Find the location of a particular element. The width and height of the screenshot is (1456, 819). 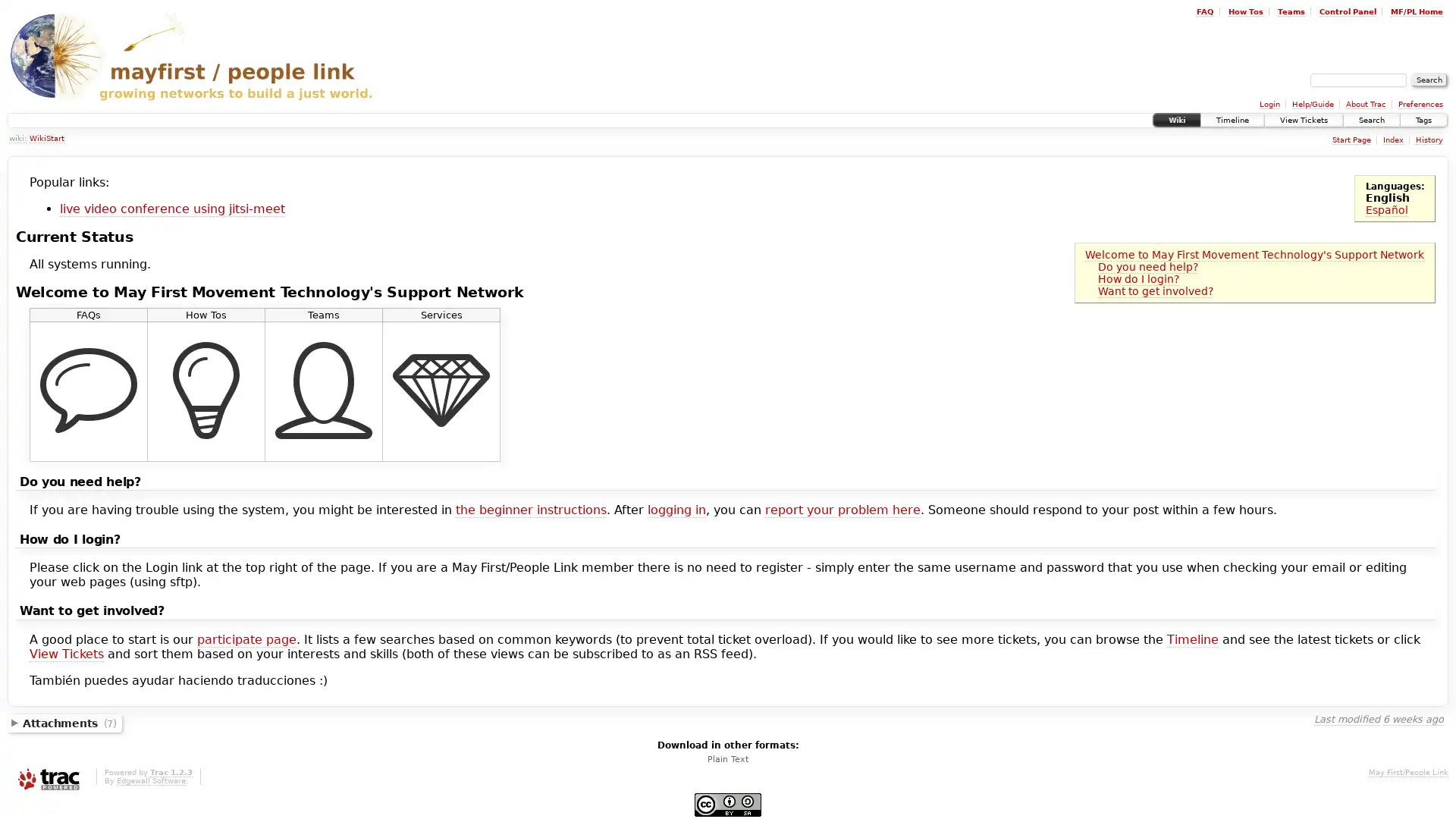

Search is located at coordinates (1429, 80).